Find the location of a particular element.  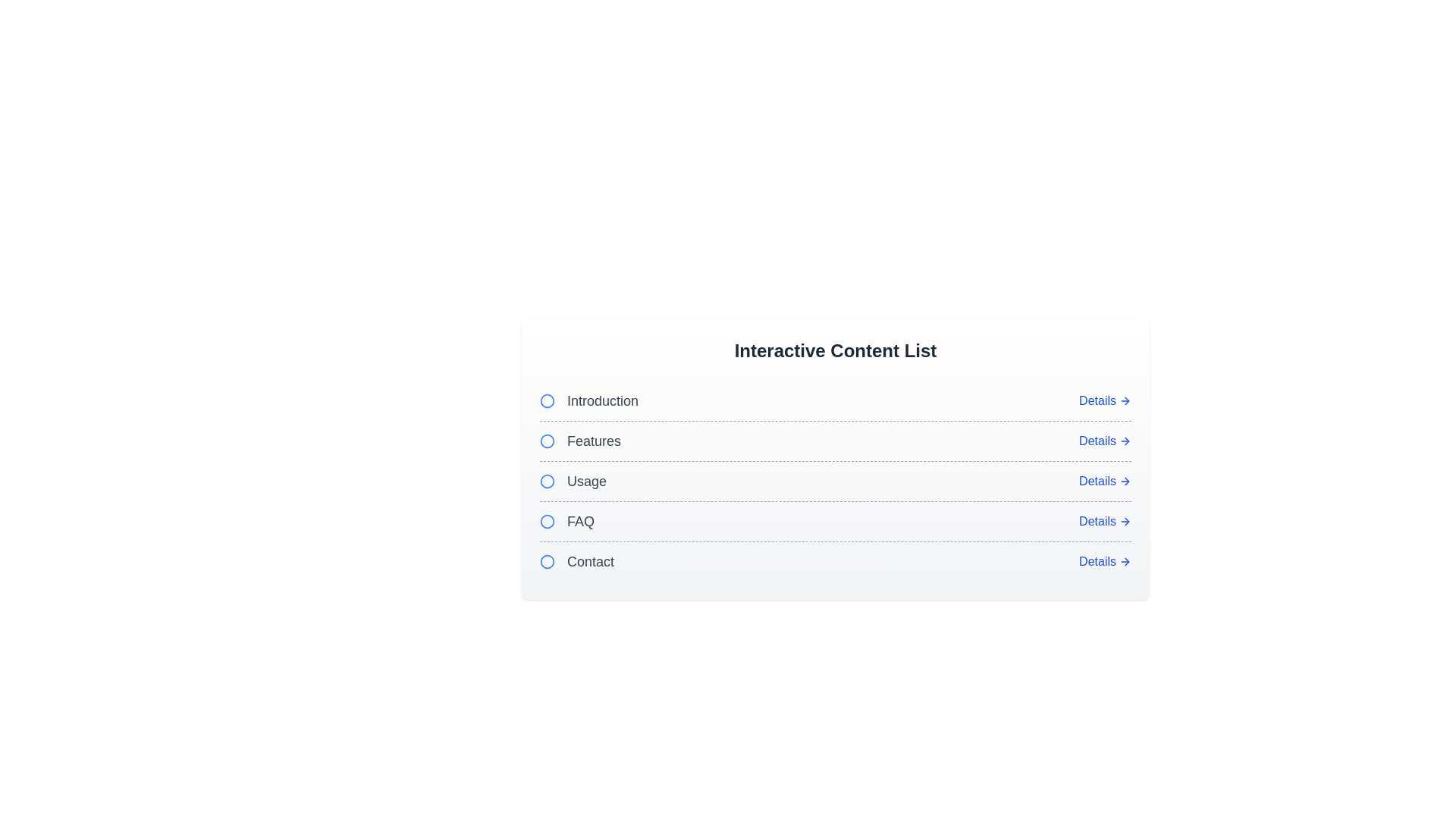

the list item containing the 'FAQ' text label, which is the fourth entry in the 'Interactive Content List' section is located at coordinates (580, 520).